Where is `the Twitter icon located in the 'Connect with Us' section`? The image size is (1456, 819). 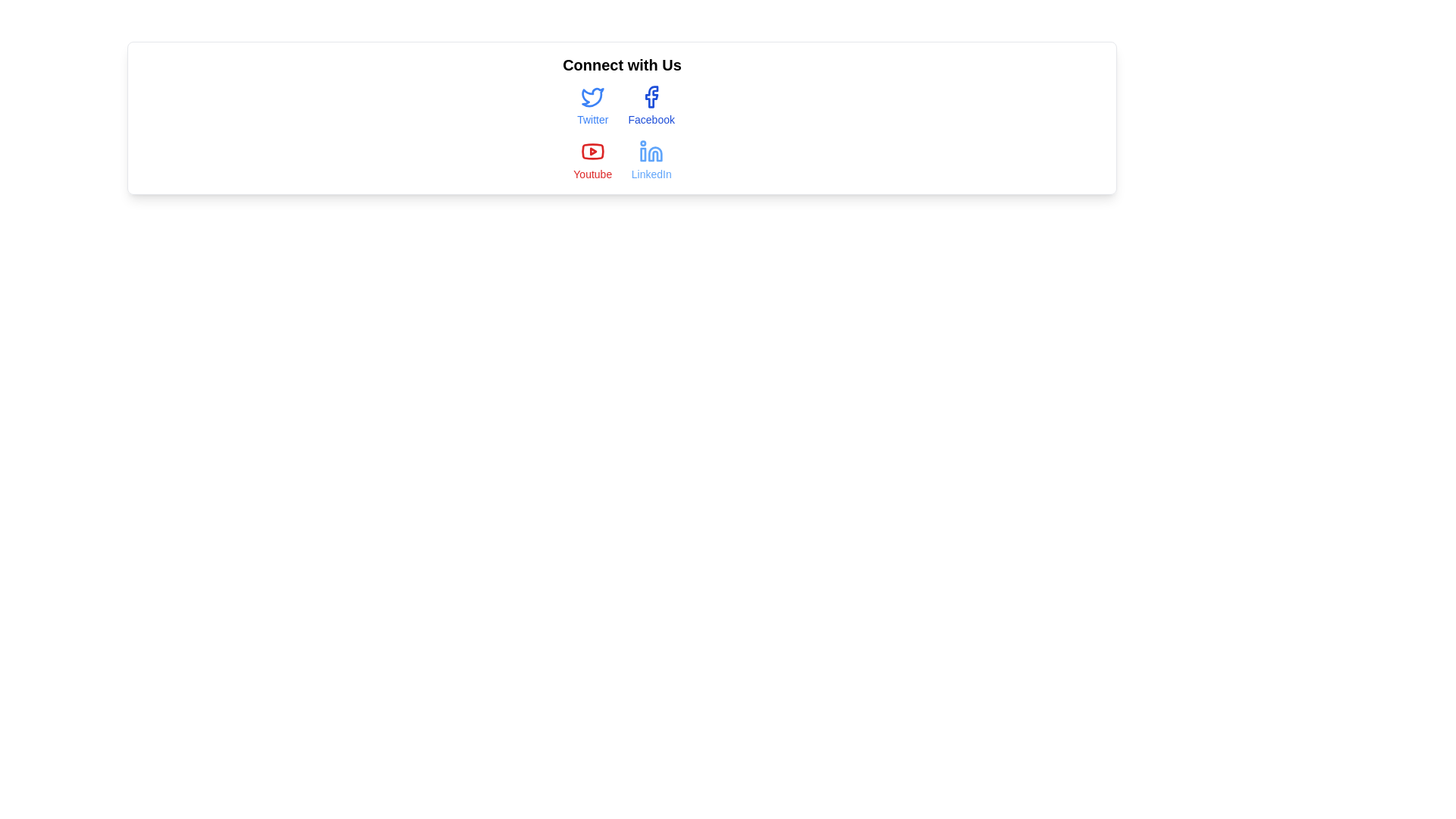
the Twitter icon located in the 'Connect with Us' section is located at coordinates (591, 96).